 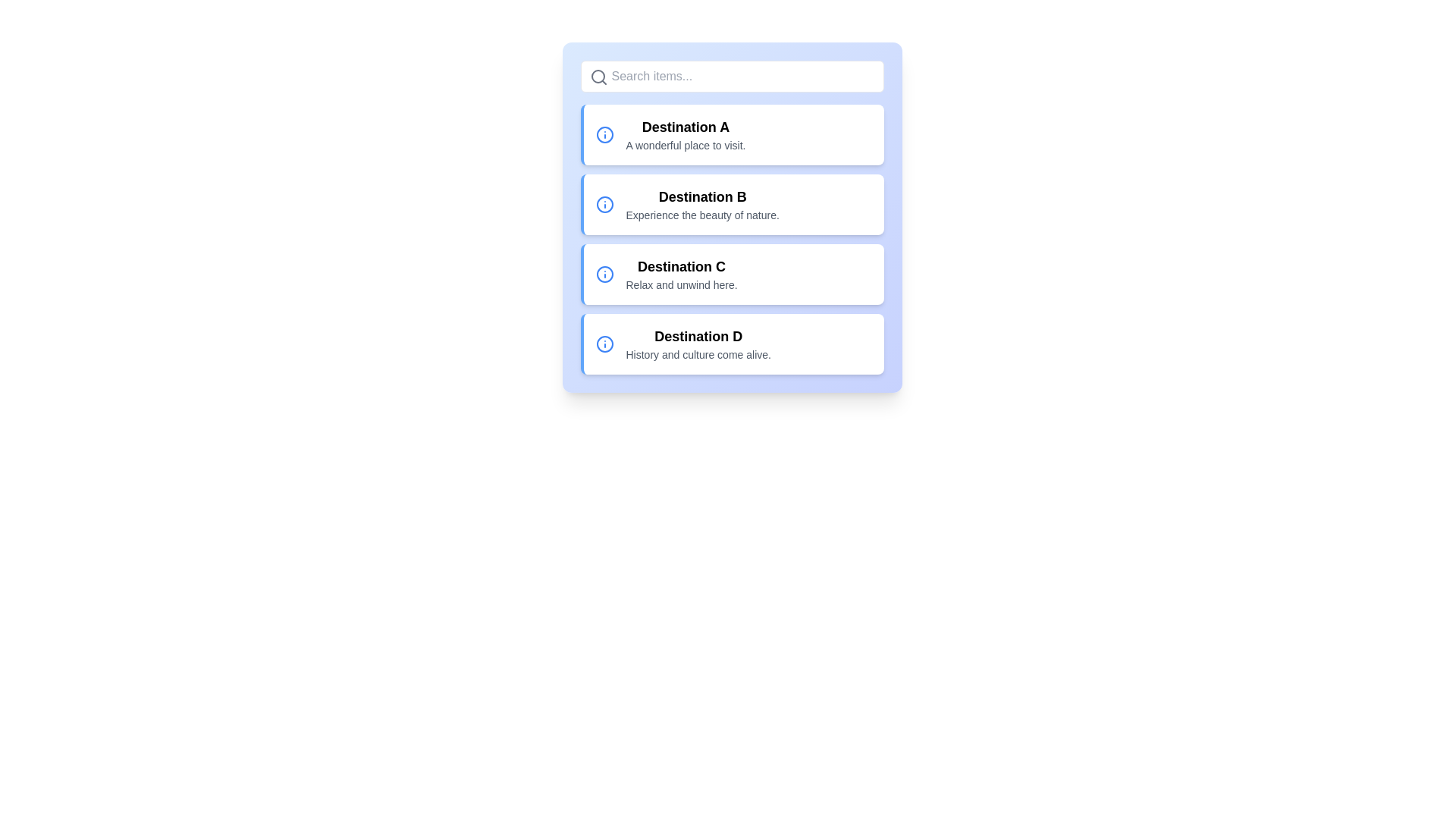 I want to click on the text label that provides descriptive information about 'Destination D', located directly below the heading 'Destination D' in the lower portion of the vertical list of destination entries, so click(x=698, y=354).